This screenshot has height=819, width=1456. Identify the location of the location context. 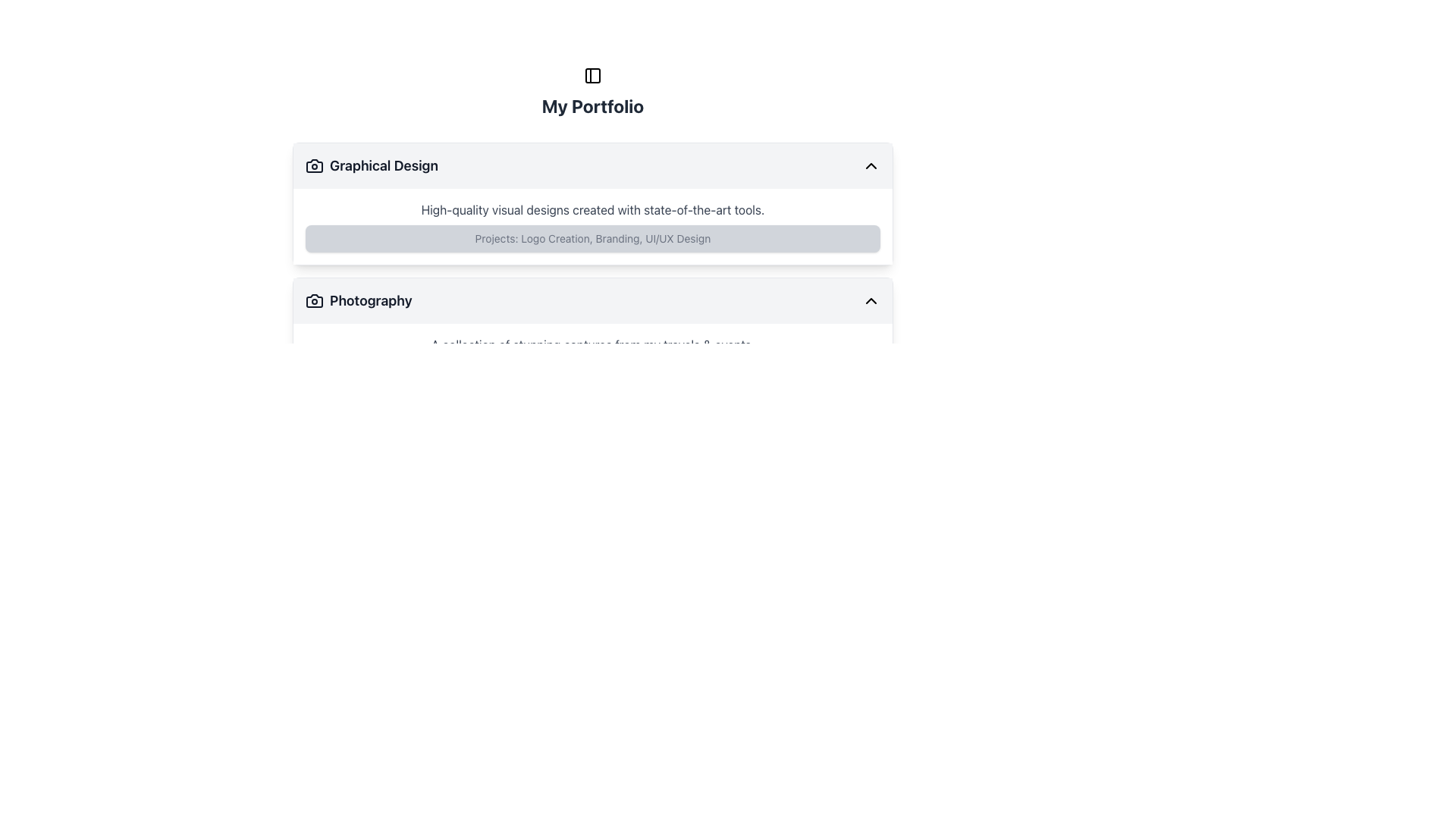
(592, 93).